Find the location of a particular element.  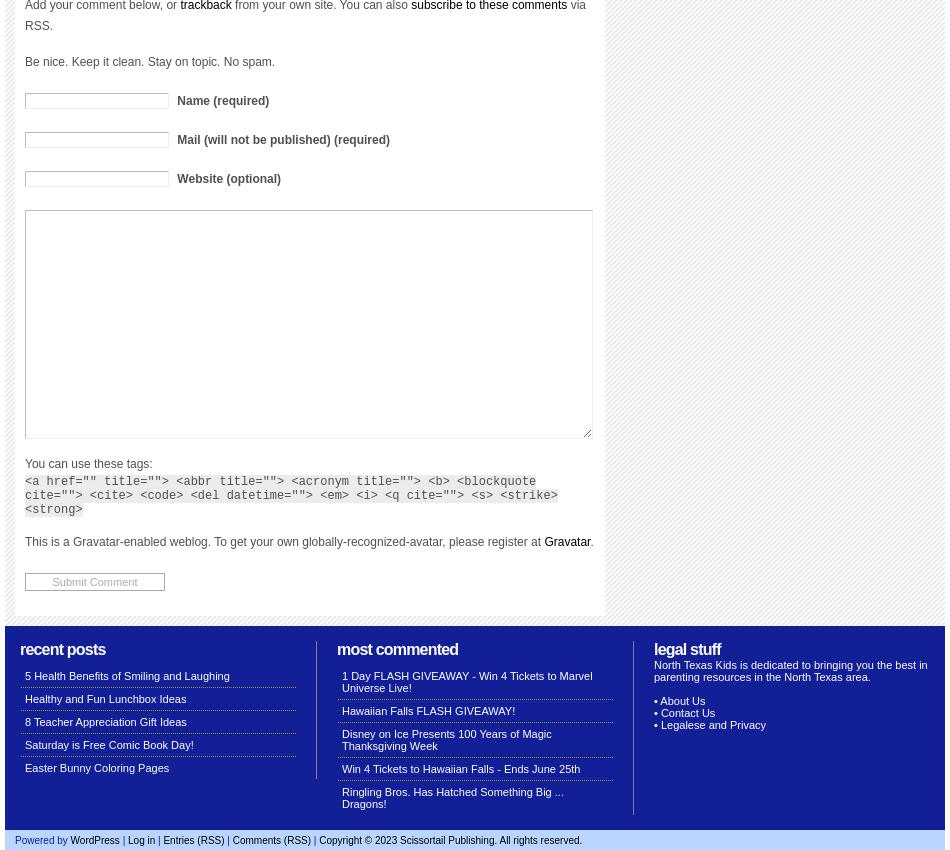

'Copyright © 2023 Scissortail Publishing. All rights reserved.' is located at coordinates (318, 840).